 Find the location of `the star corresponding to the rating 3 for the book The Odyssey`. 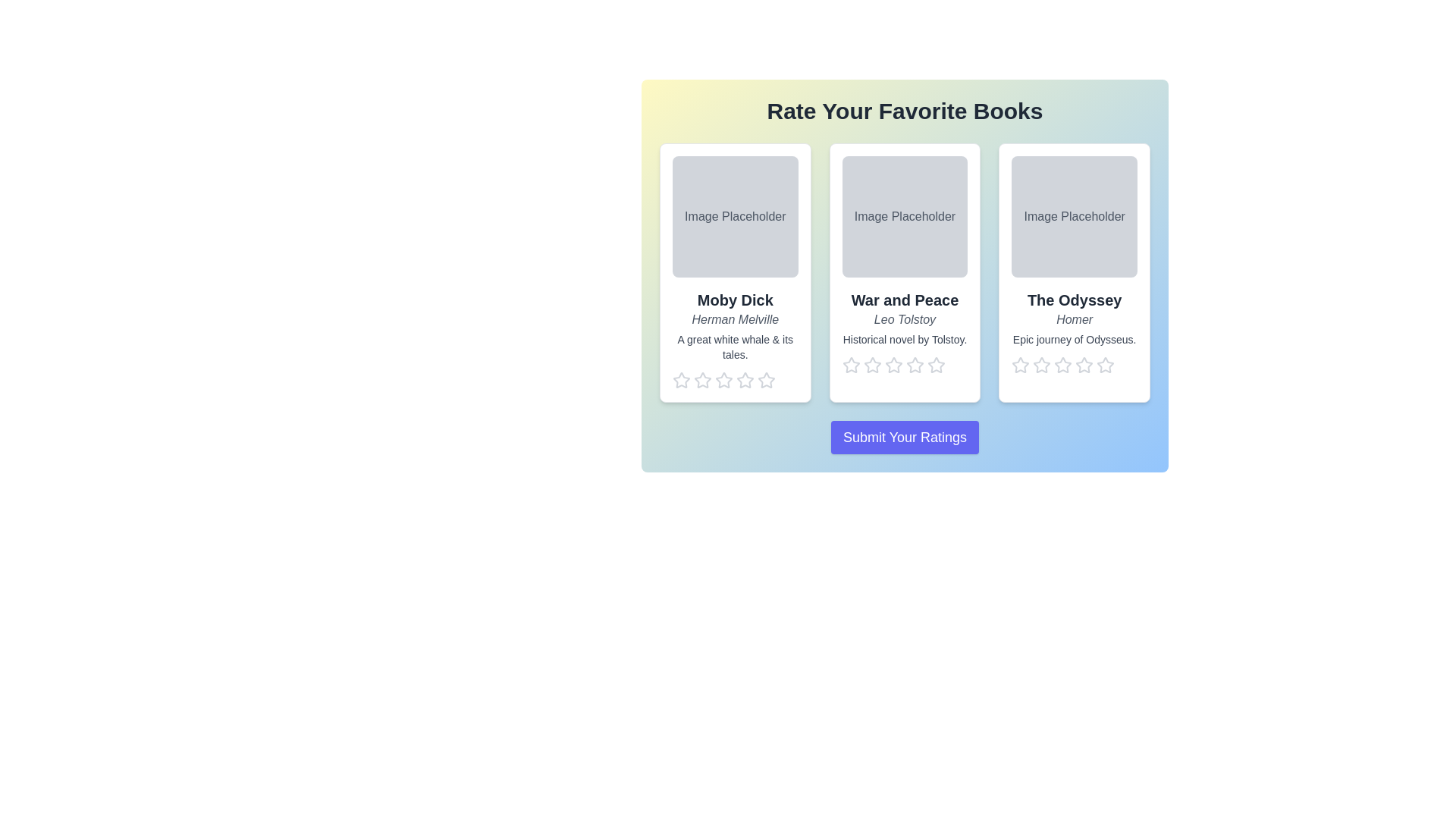

the star corresponding to the rating 3 for the book The Odyssey is located at coordinates (1062, 366).